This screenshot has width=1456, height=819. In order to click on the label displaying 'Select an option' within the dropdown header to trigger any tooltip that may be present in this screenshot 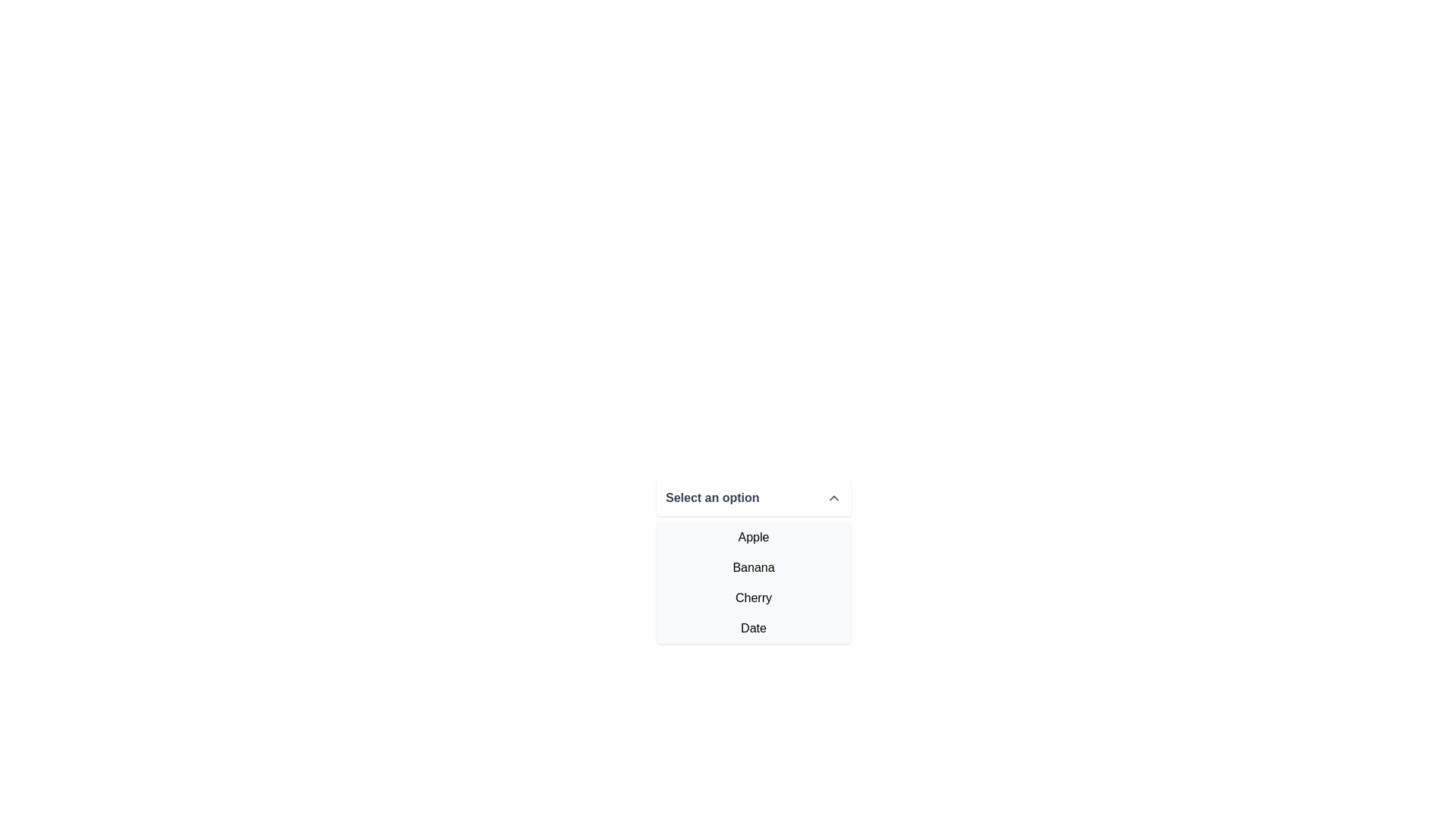, I will do `click(711, 497)`.